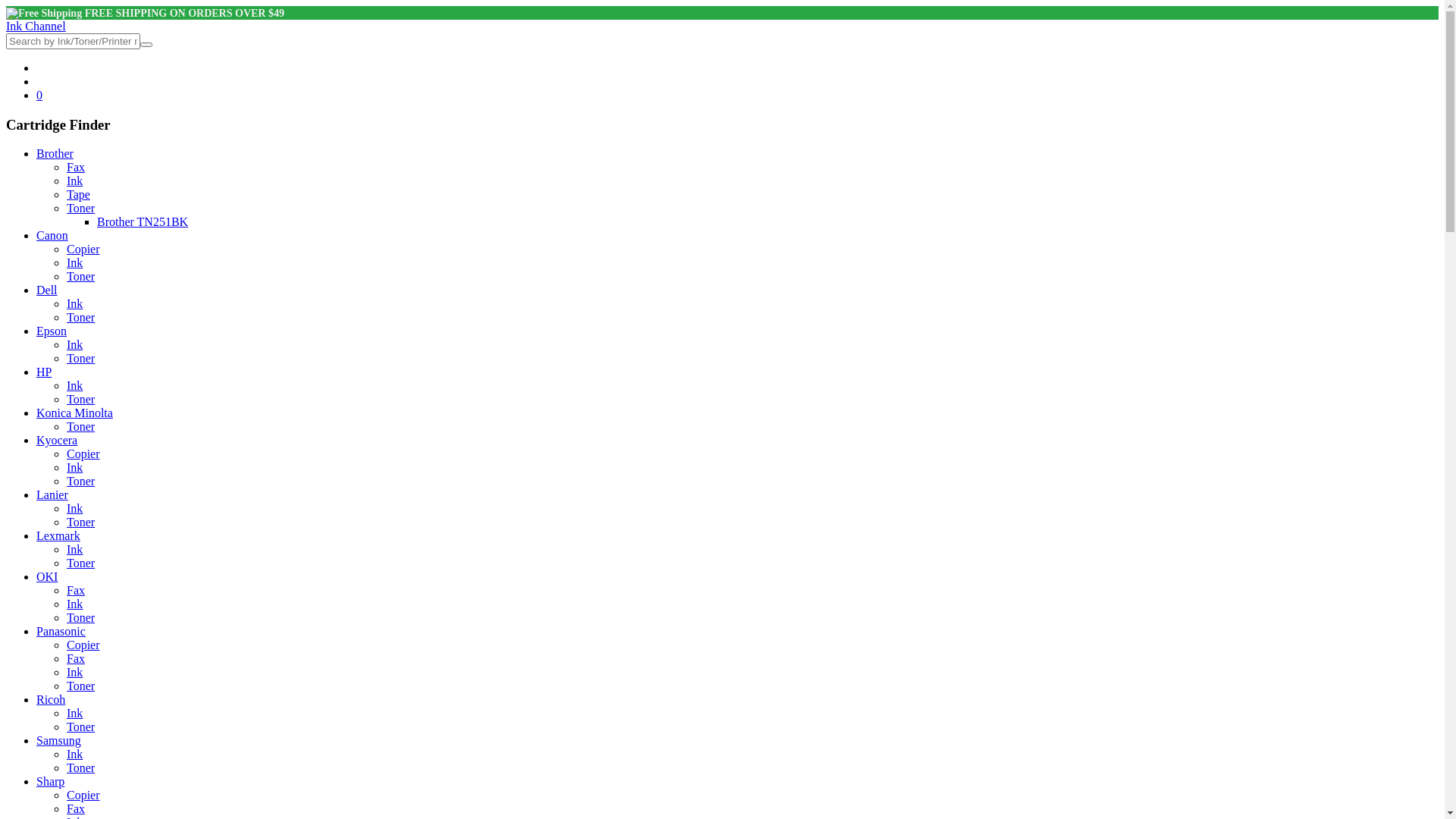 Image resolution: width=1456 pixels, height=819 pixels. What do you see at coordinates (51, 330) in the screenshot?
I see `'Epson'` at bounding box center [51, 330].